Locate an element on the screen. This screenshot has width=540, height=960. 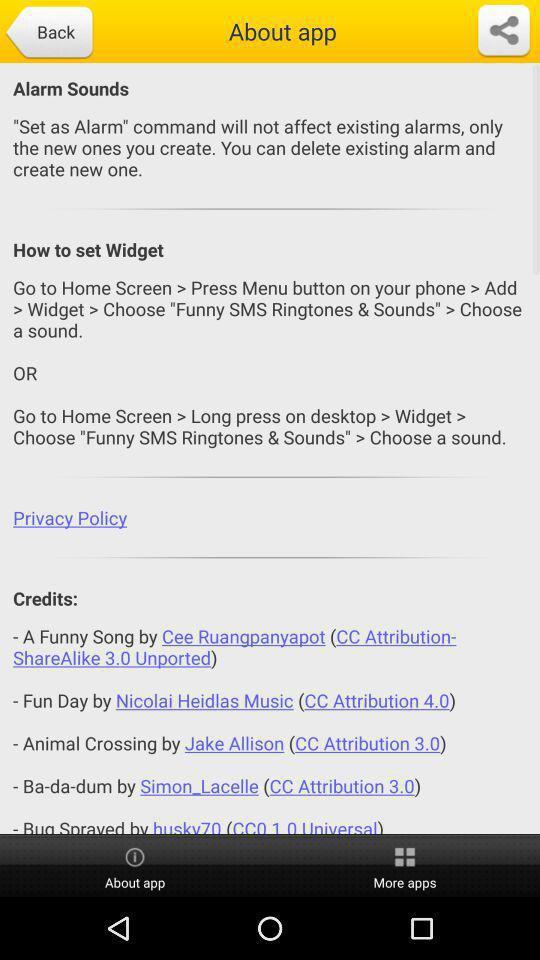
icon at the top right corner is located at coordinates (502, 30).